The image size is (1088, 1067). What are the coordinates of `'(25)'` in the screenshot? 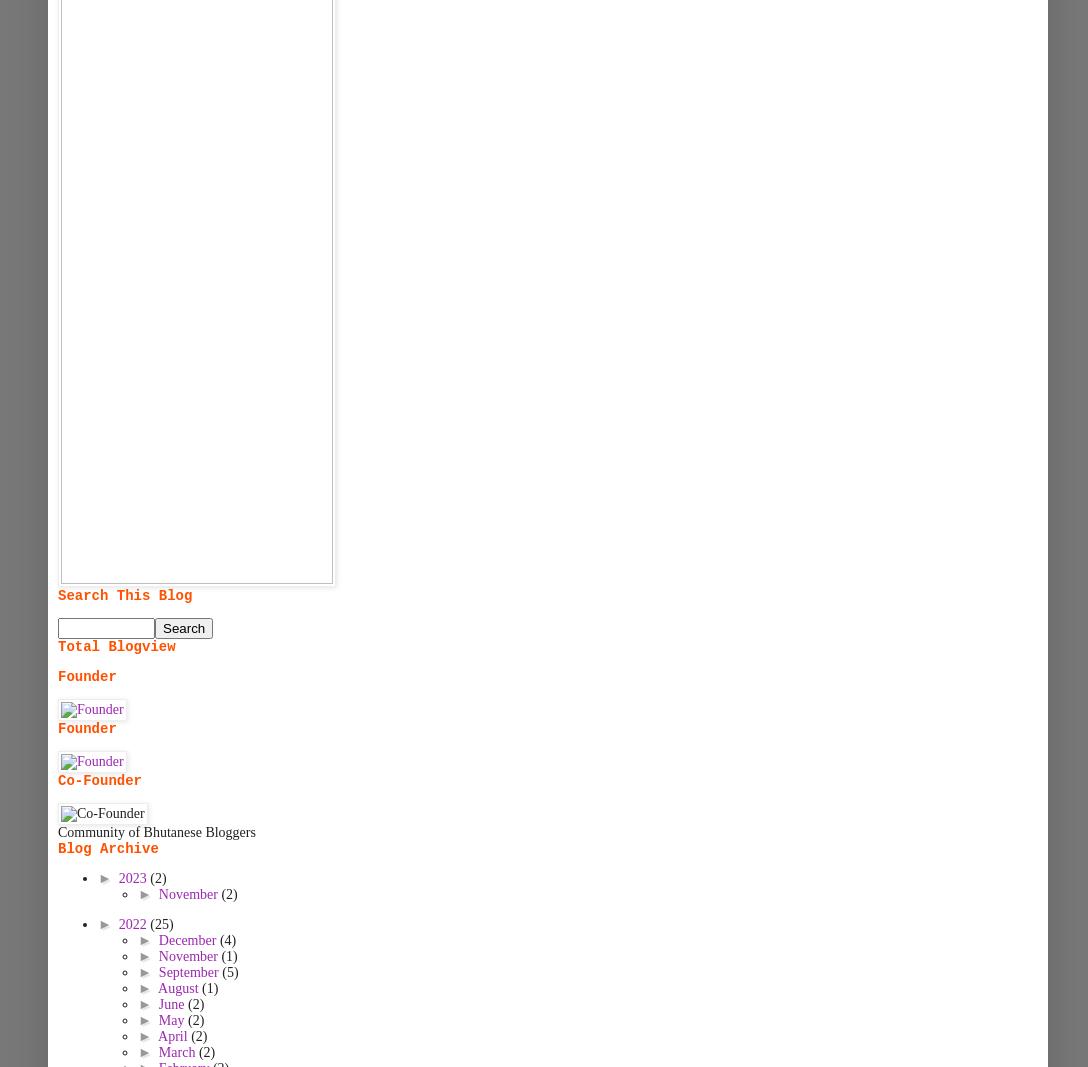 It's located at (160, 924).